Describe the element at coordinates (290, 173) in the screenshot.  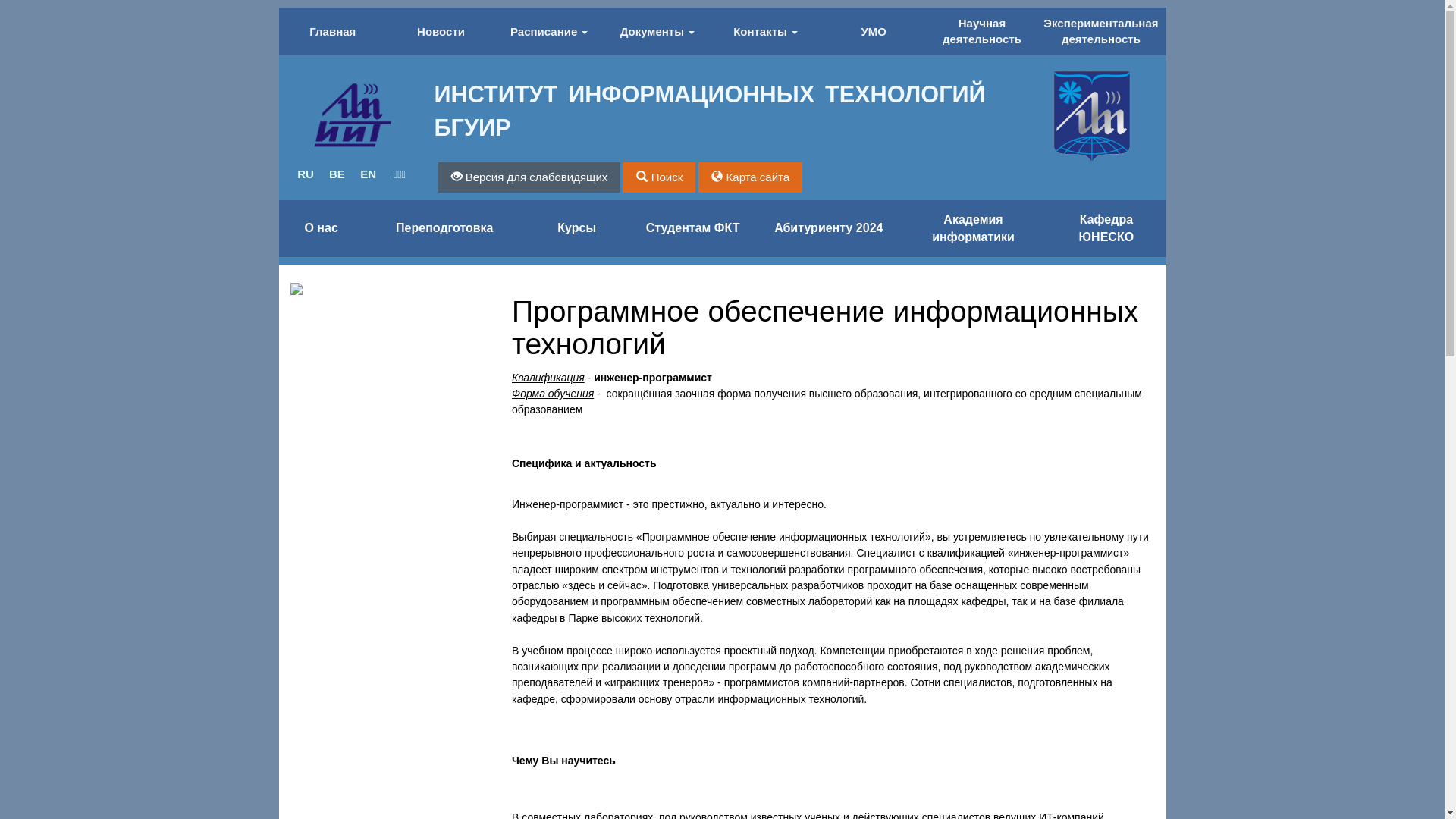
I see `'RU'` at that location.